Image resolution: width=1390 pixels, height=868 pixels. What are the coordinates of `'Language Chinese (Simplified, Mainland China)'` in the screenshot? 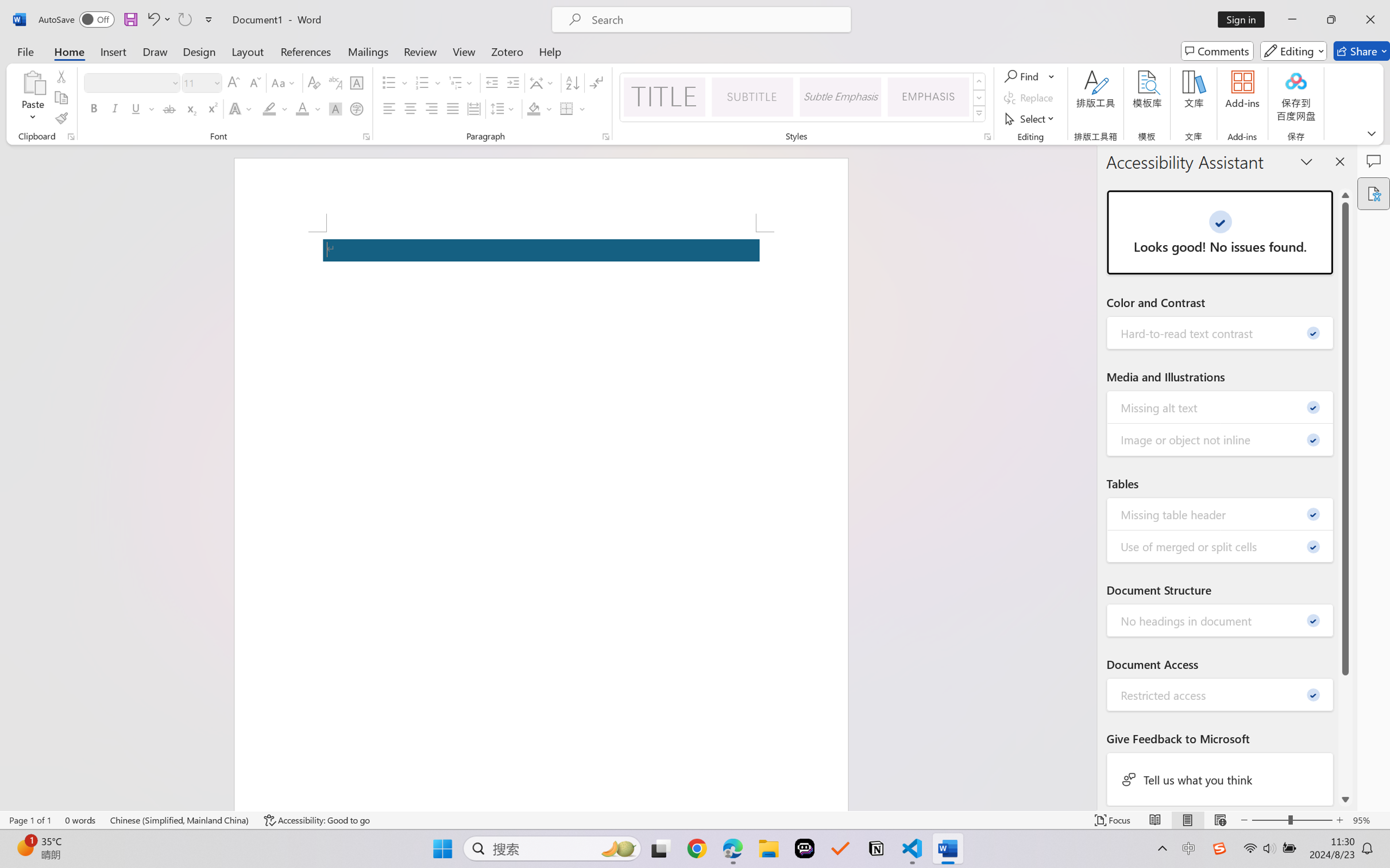 It's located at (180, 820).